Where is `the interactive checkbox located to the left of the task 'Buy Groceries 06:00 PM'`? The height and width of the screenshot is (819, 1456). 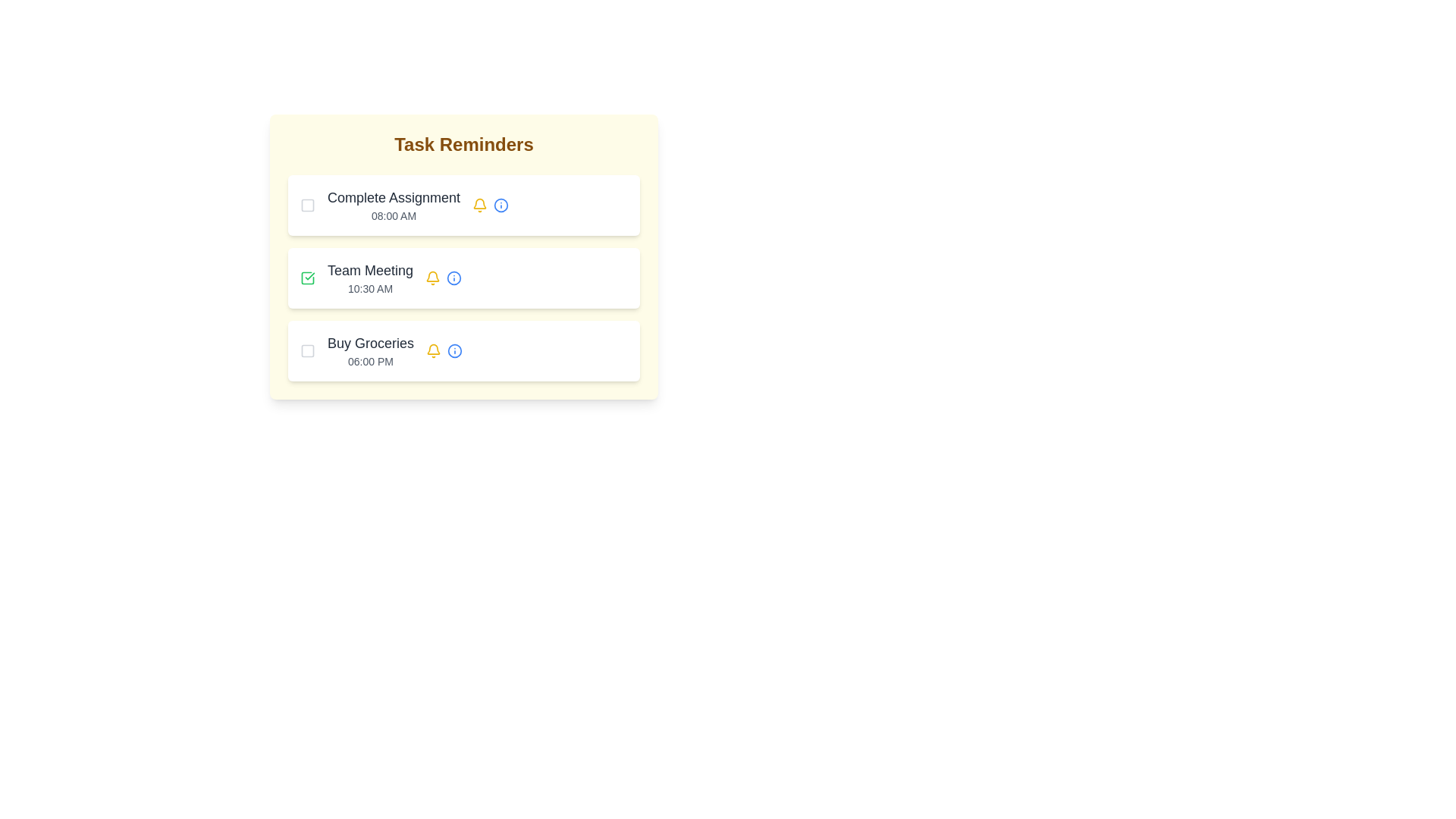
the interactive checkbox located to the left of the task 'Buy Groceries 06:00 PM' is located at coordinates (307, 350).